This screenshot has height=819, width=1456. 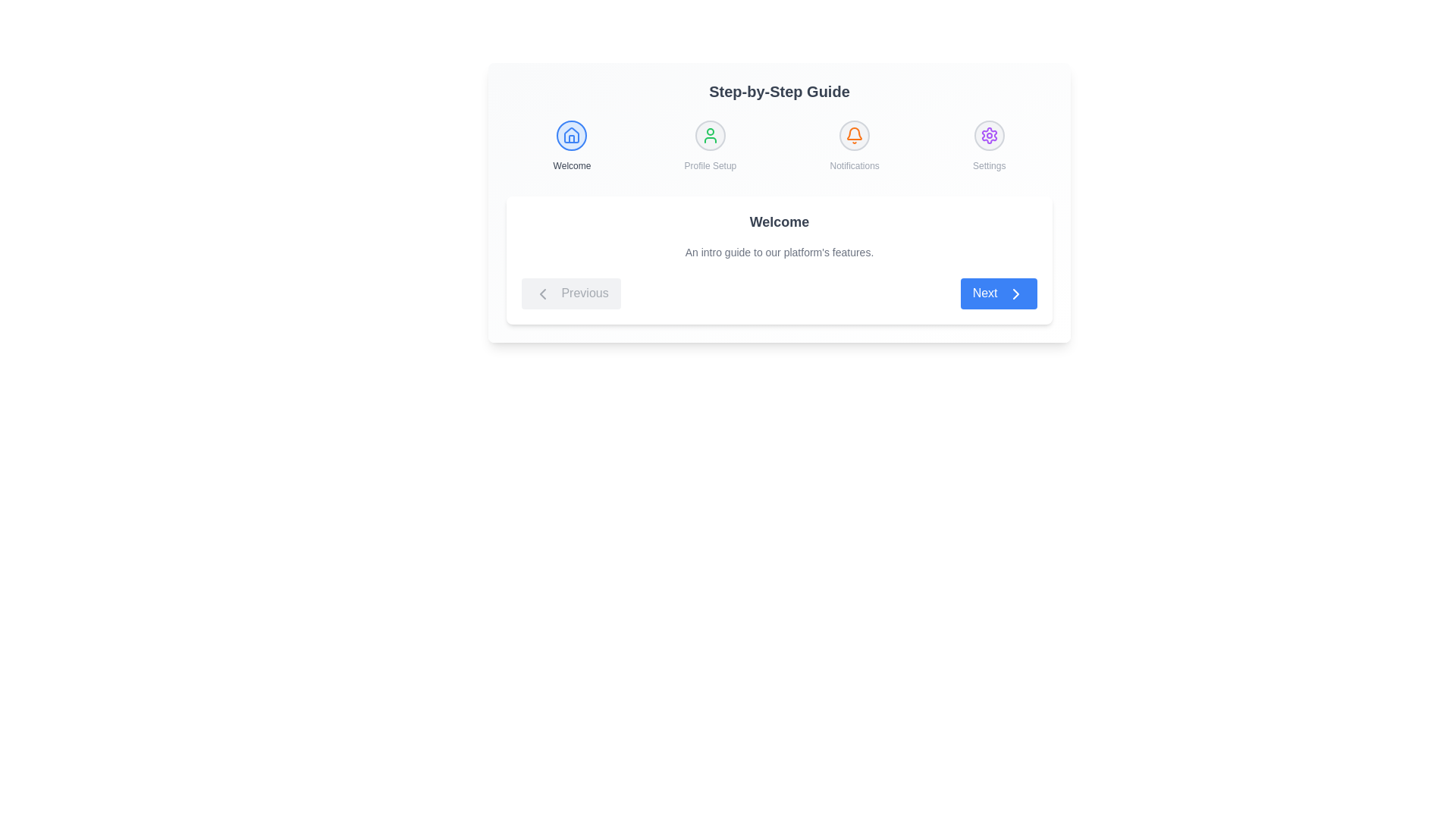 I want to click on the Navigation button with icon and label that serves as an indicator for the 'Welcome' section of the guide, located at the top-left of the content area titled 'Step-by-Step Guide', so click(x=571, y=146).